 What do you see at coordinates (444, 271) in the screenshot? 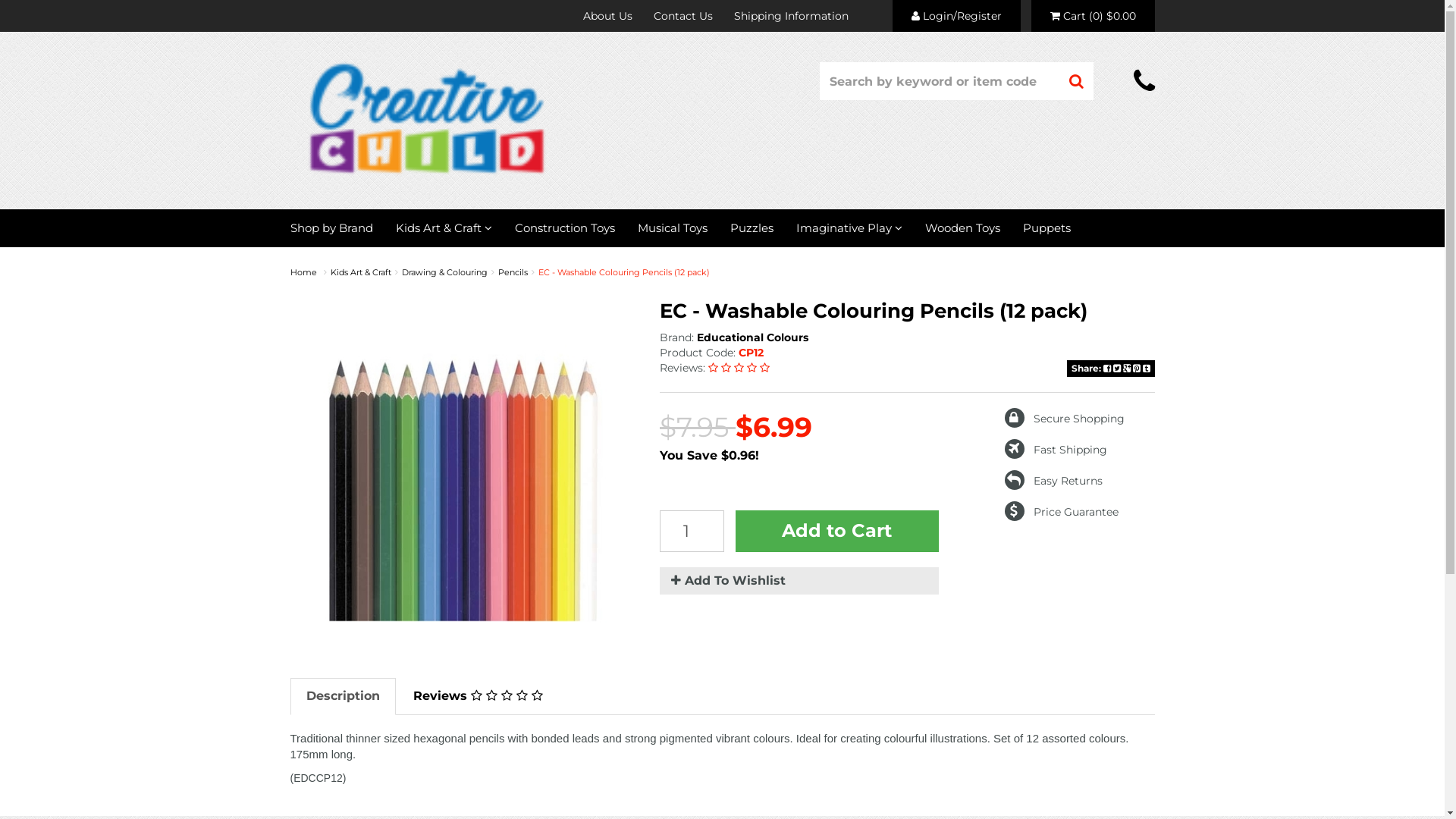
I see `'Drawing & Colouring'` at bounding box center [444, 271].